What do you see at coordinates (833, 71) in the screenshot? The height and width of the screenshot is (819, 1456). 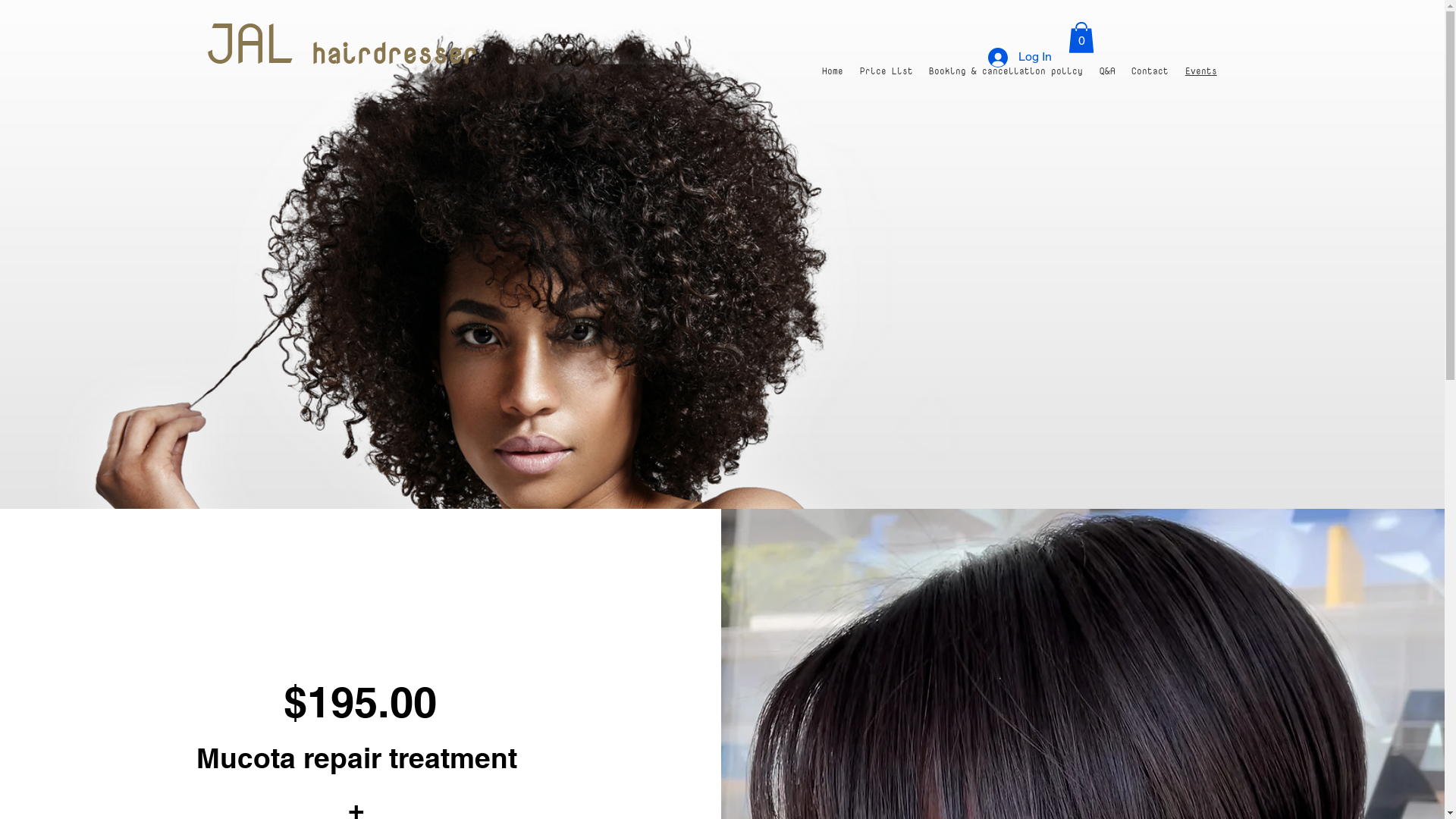 I see `'Home'` at bounding box center [833, 71].